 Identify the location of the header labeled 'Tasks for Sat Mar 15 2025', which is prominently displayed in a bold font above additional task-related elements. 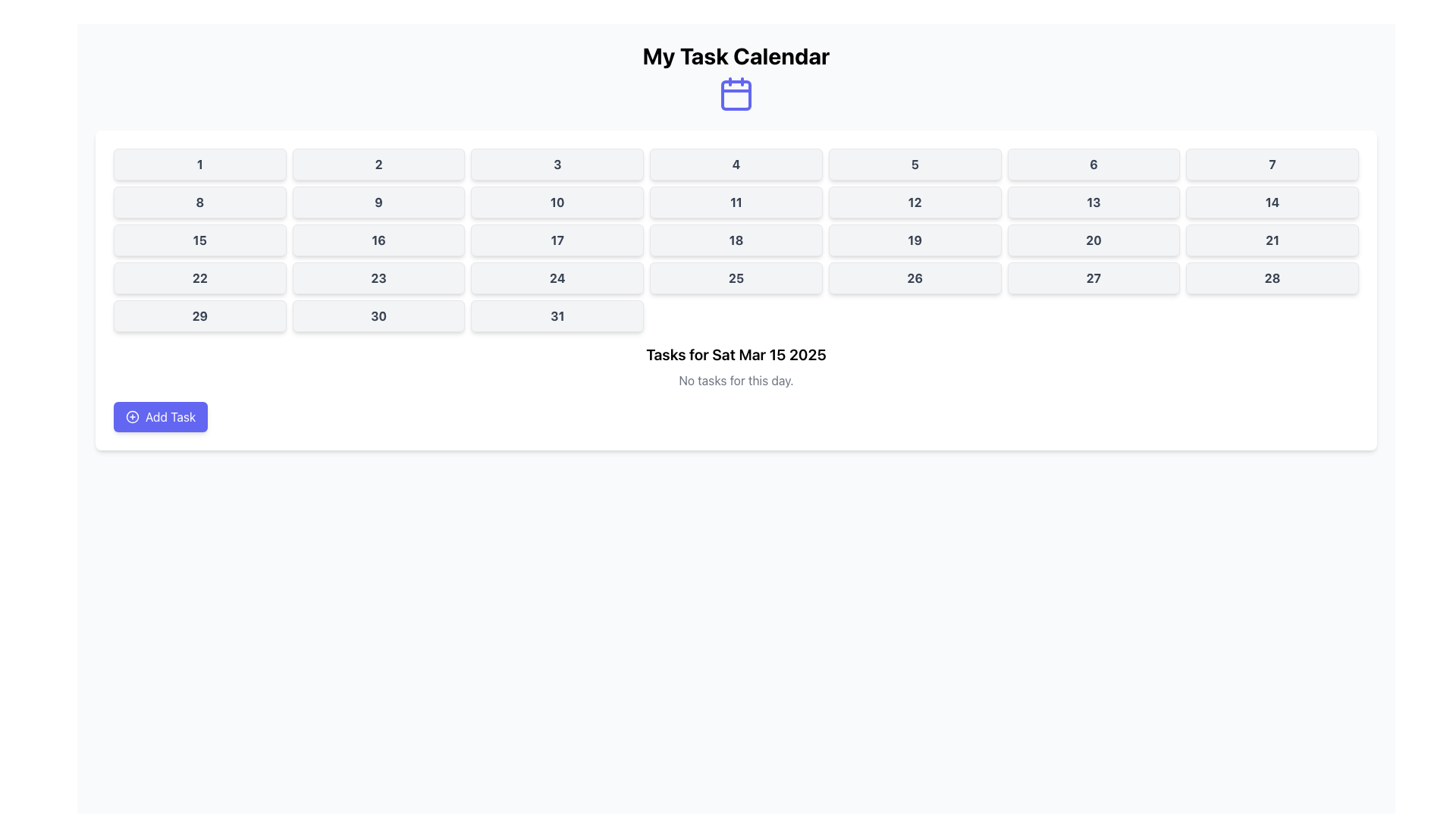
(736, 354).